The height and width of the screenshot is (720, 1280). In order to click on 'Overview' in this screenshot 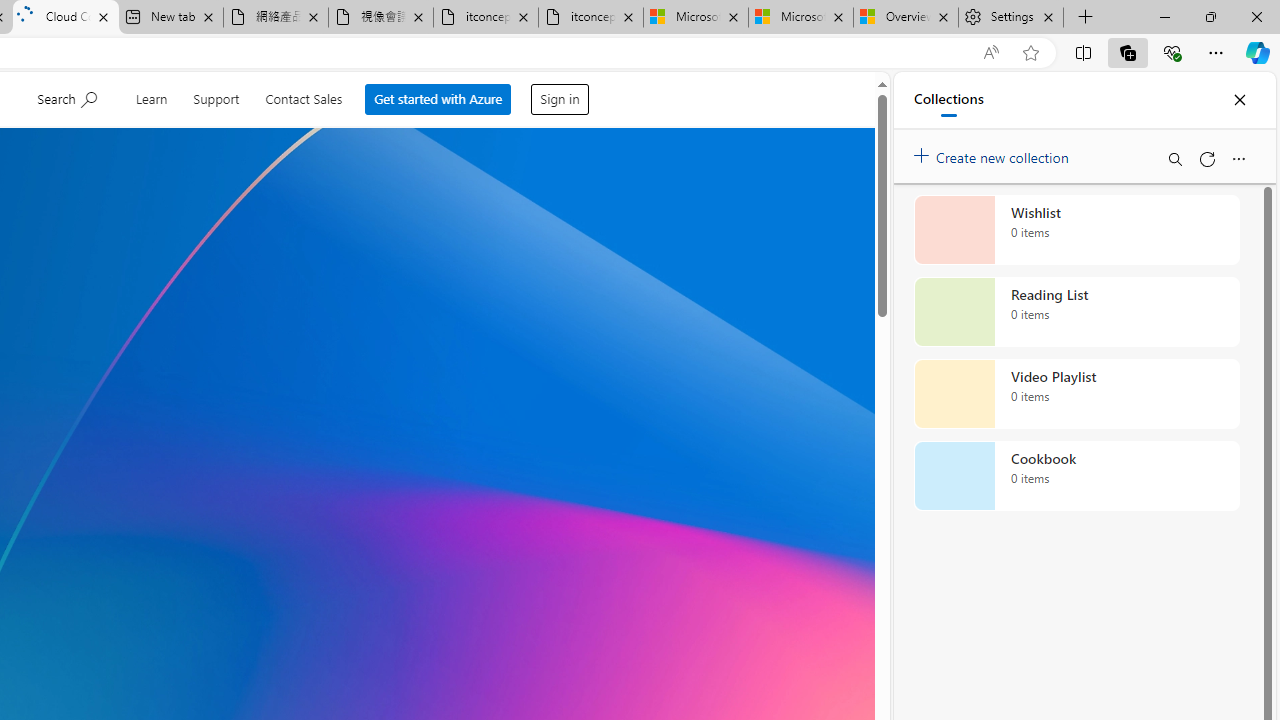, I will do `click(904, 17)`.